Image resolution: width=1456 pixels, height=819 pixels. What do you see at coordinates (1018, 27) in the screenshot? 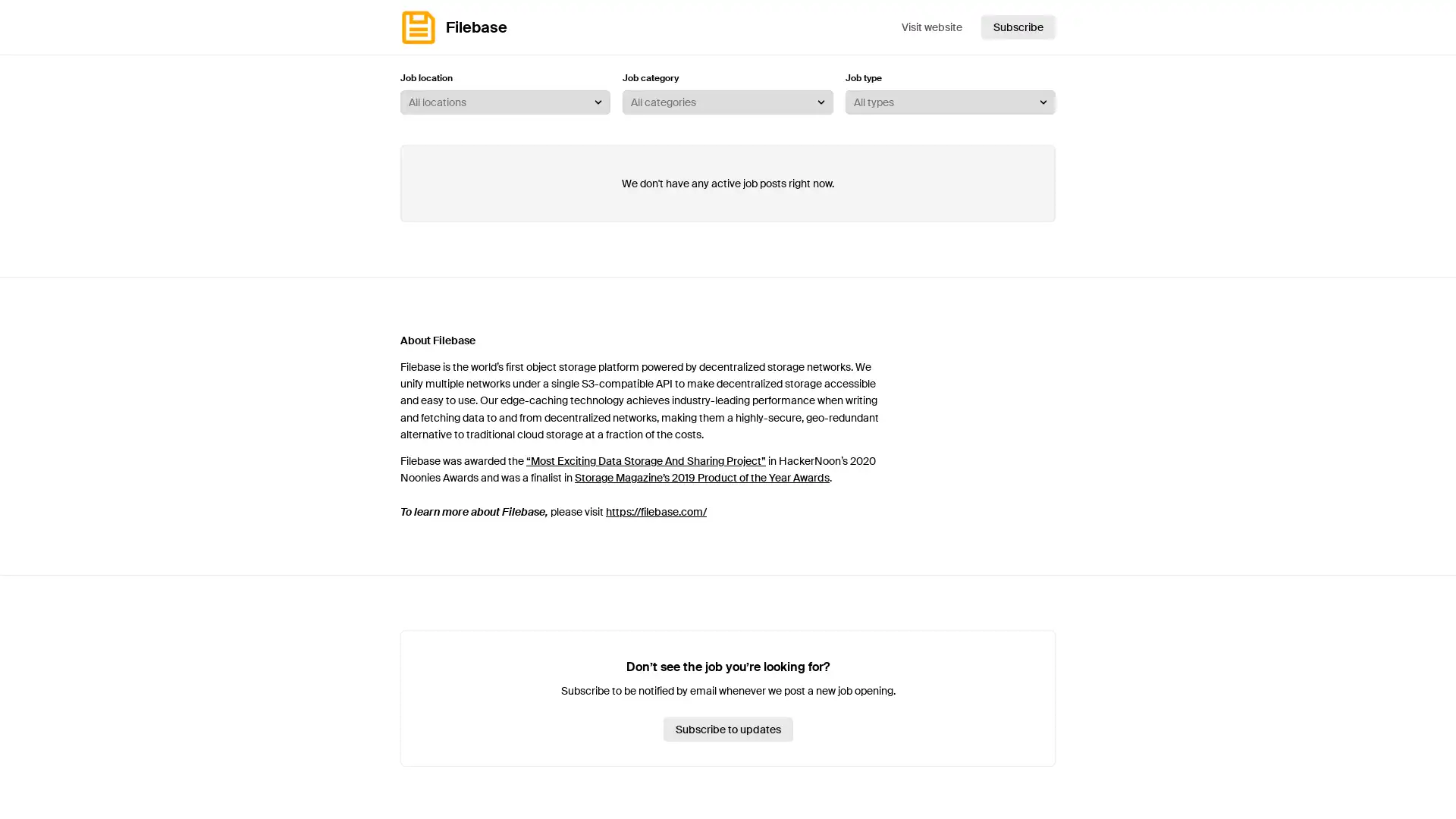
I see `Subscribe` at bounding box center [1018, 27].